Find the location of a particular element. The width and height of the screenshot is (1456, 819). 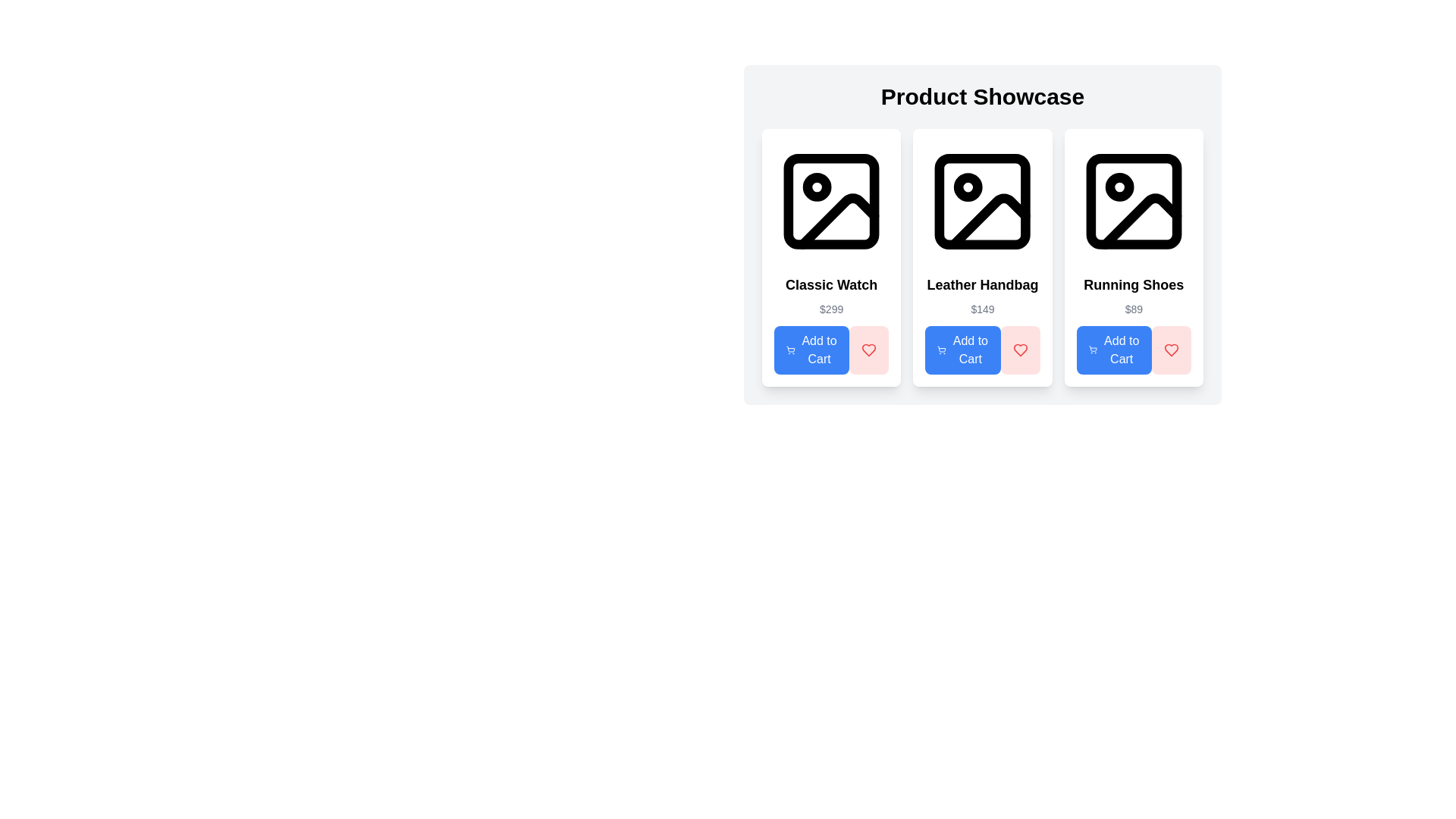

the decorative circle located within the image icon of the 'Running Shoes' product card in the upper left quadrant is located at coordinates (1119, 187).